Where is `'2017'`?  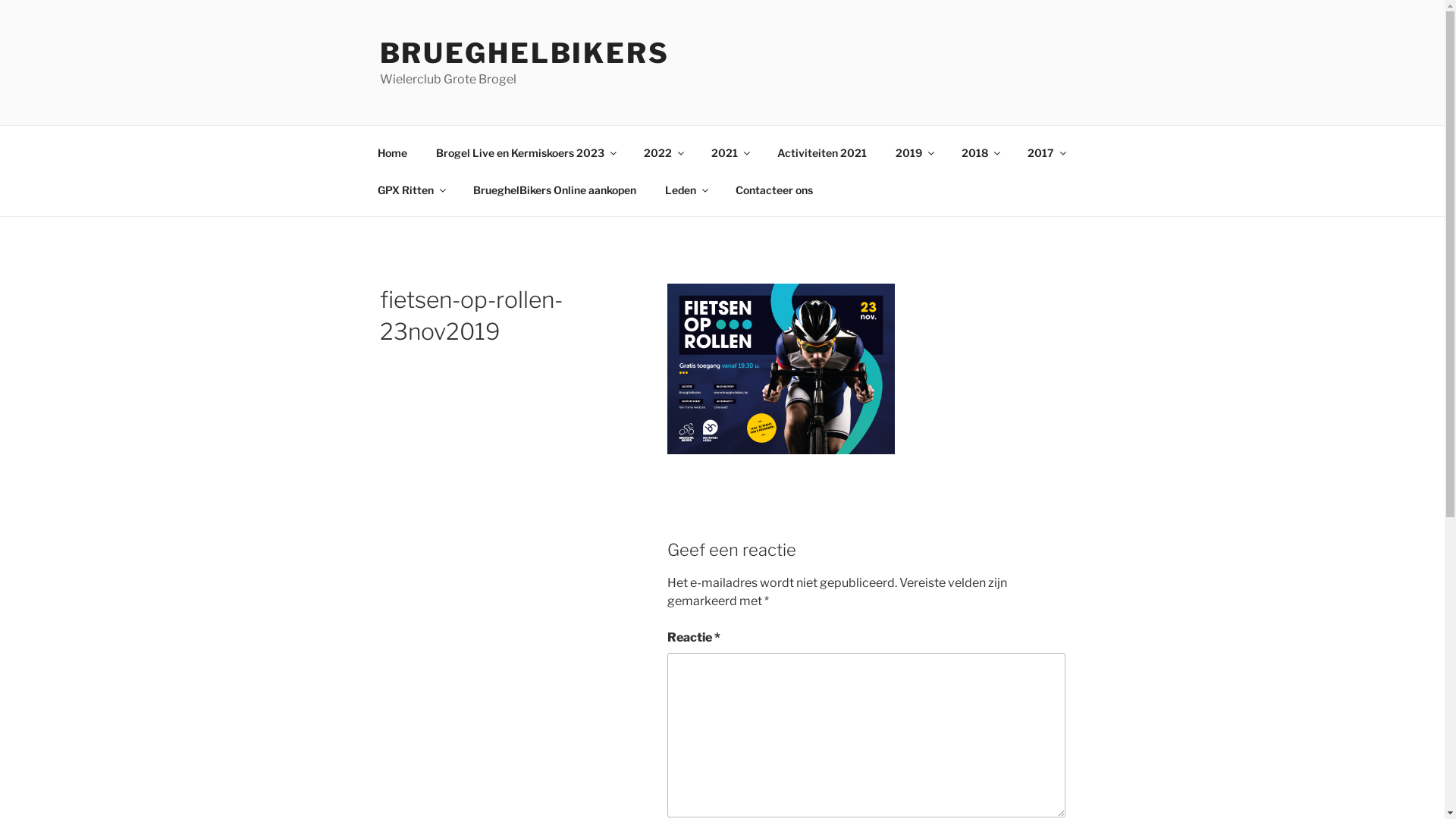 '2017' is located at coordinates (1046, 152).